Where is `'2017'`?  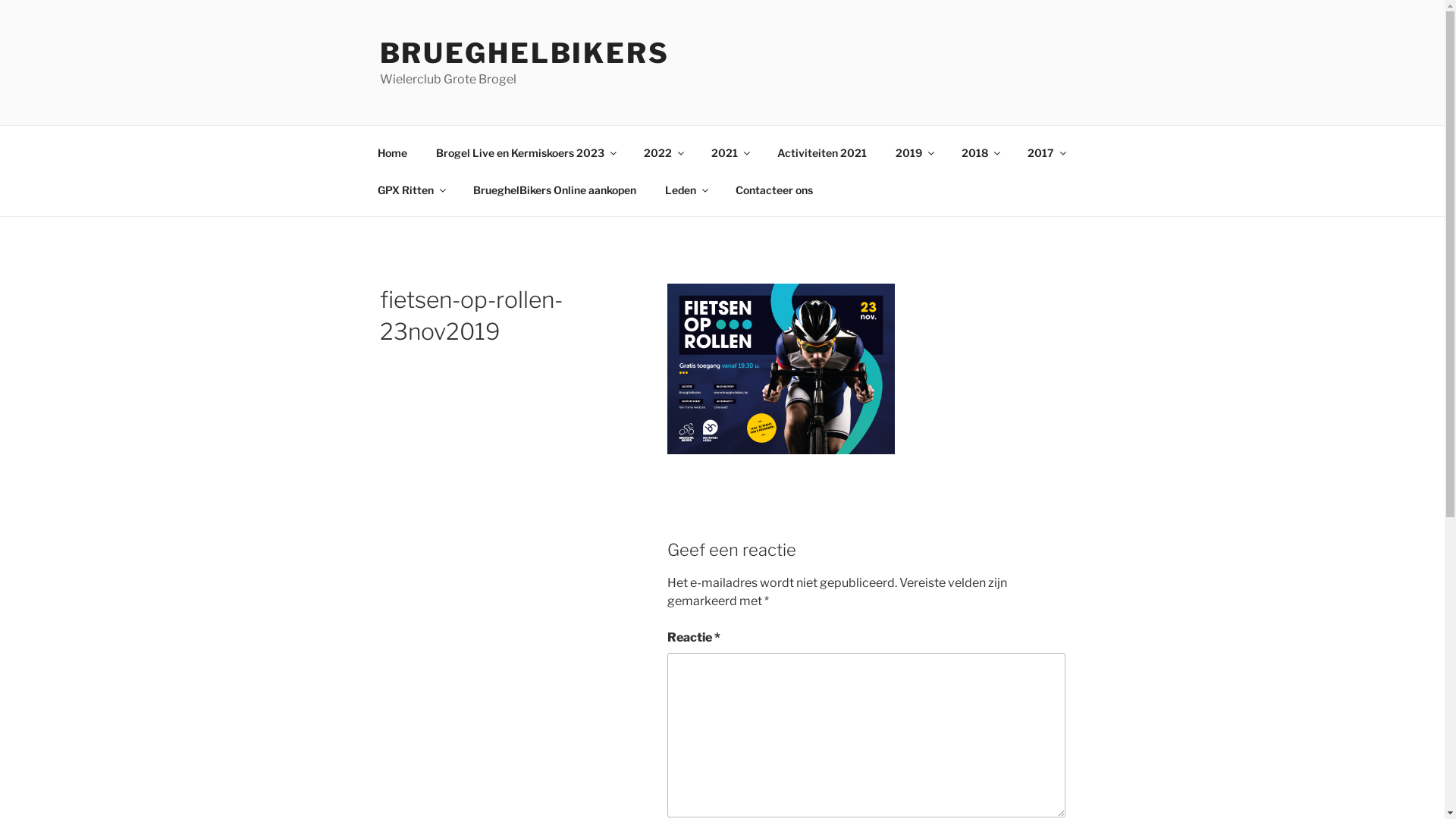 '2017' is located at coordinates (1046, 152).